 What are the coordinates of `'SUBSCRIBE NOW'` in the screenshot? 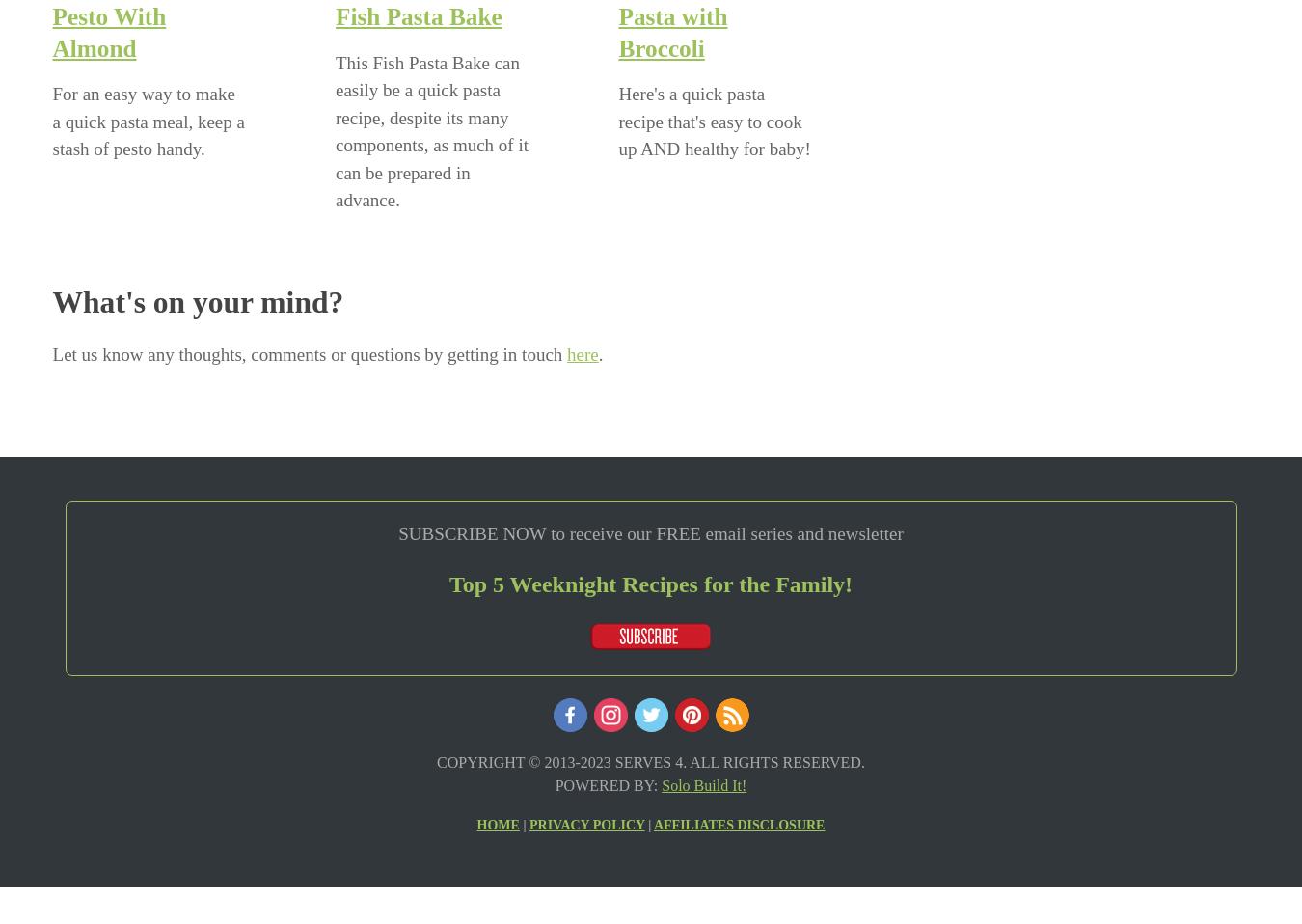 It's located at (471, 532).